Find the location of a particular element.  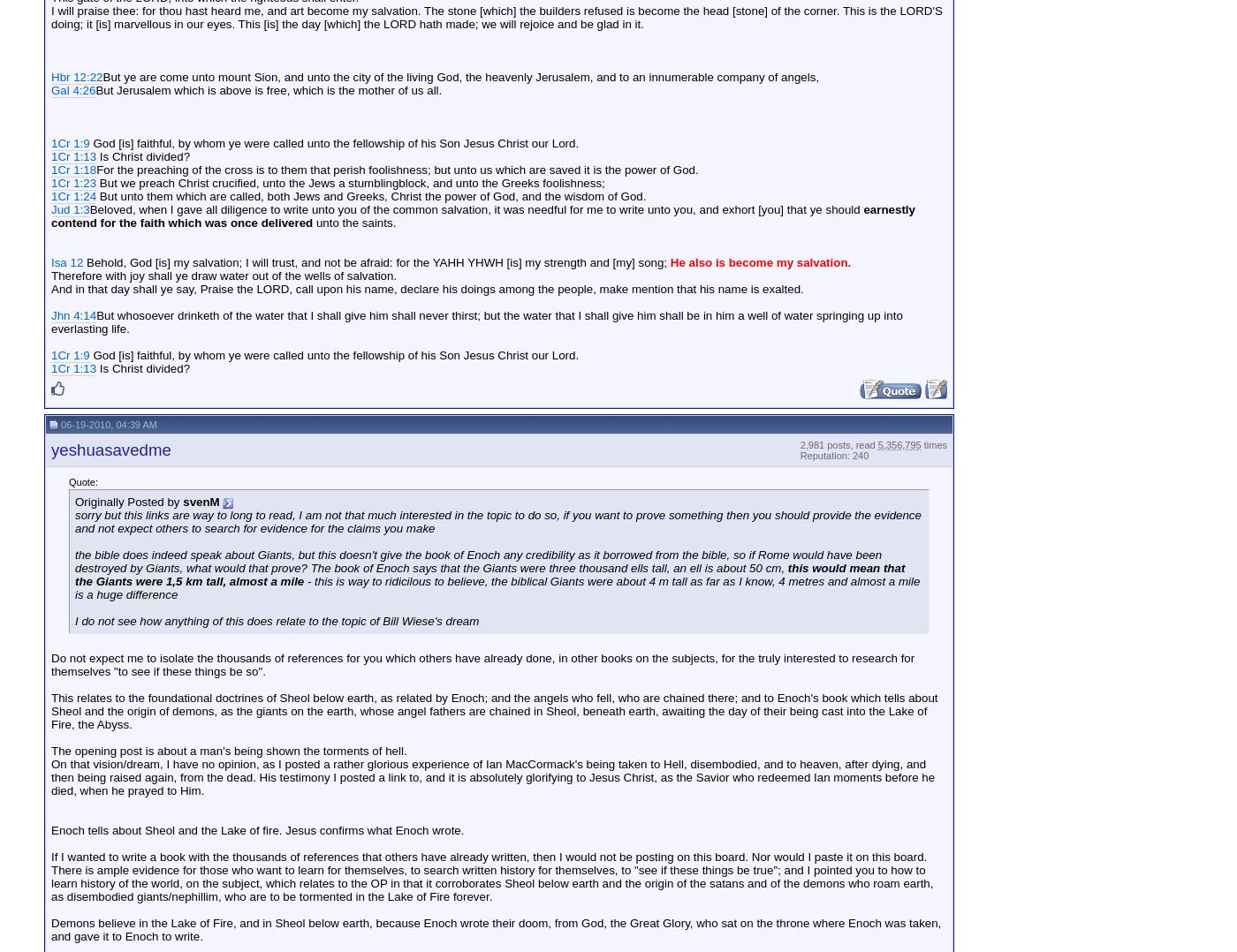

'- this is way to ridicilous to believe, the biblical Giants were about 4 m tall as far as I know, 4 metres and almost a mile is a huge difference' is located at coordinates (74, 587).